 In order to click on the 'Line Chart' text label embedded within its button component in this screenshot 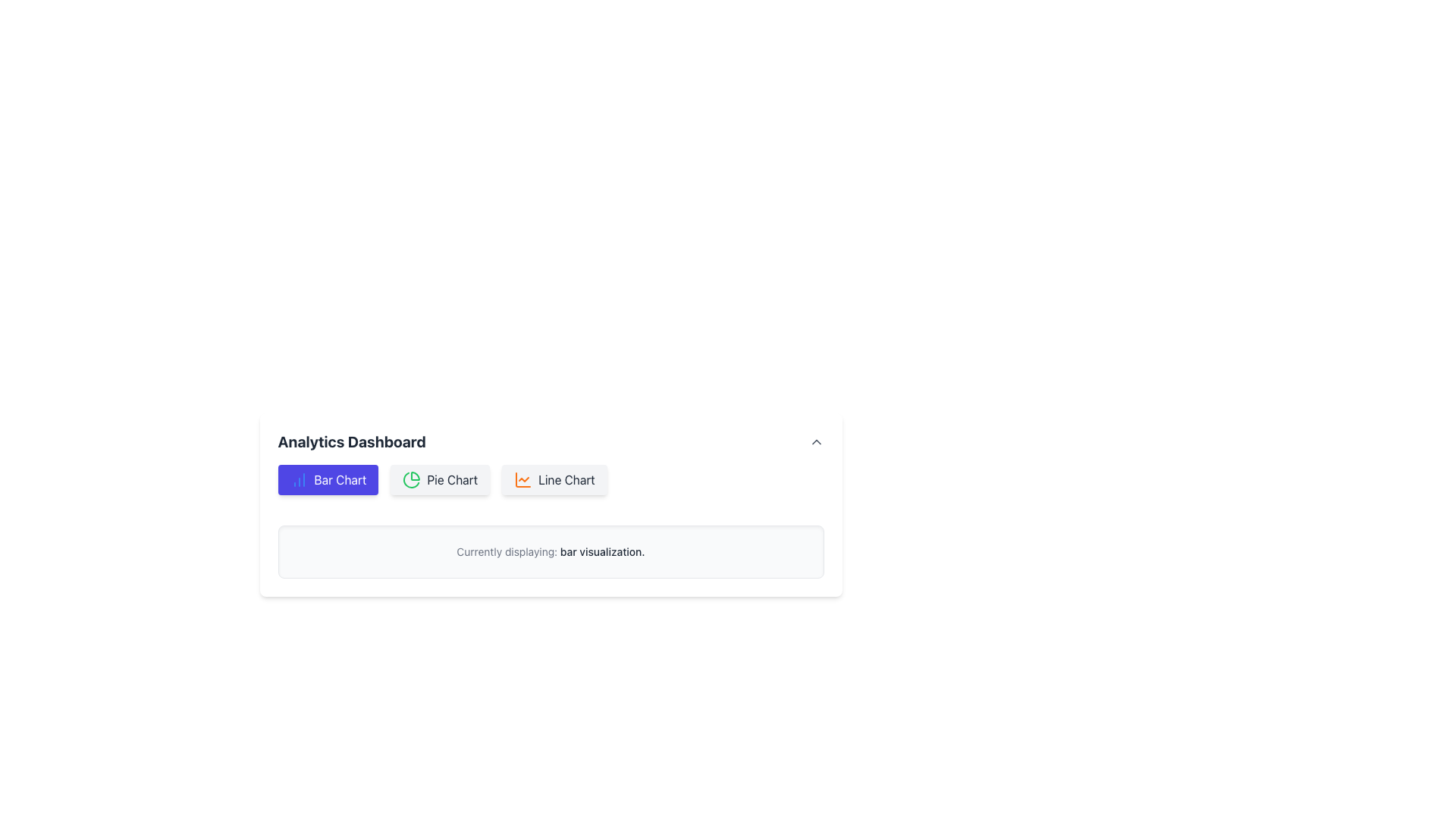, I will do `click(566, 479)`.